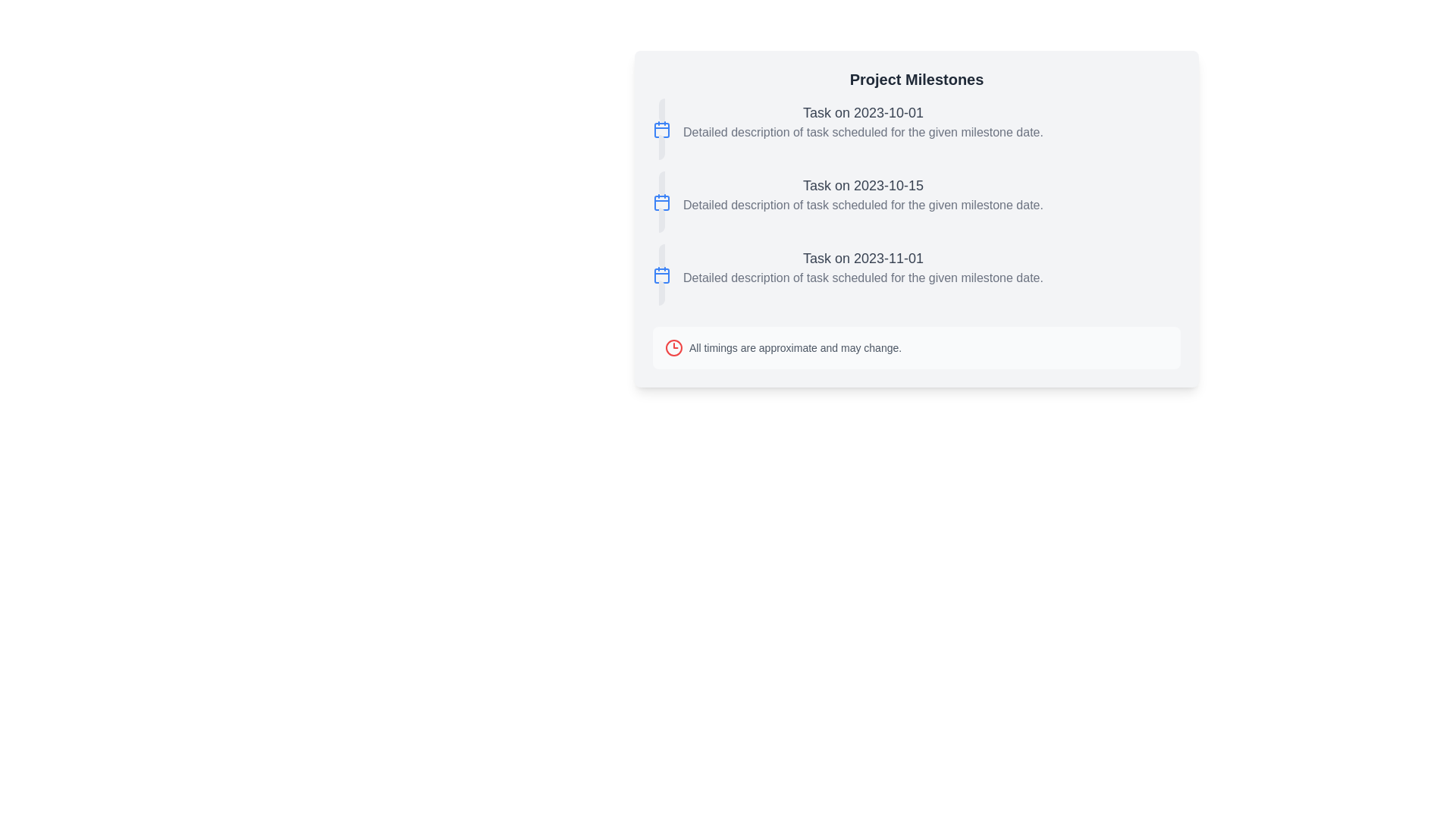 The height and width of the screenshot is (819, 1456). What do you see at coordinates (662, 128) in the screenshot?
I see `the first calendar icon representing the project milestone dated 2023-10-01, located to the left of the 'Task on 2023-10-01' text` at bounding box center [662, 128].